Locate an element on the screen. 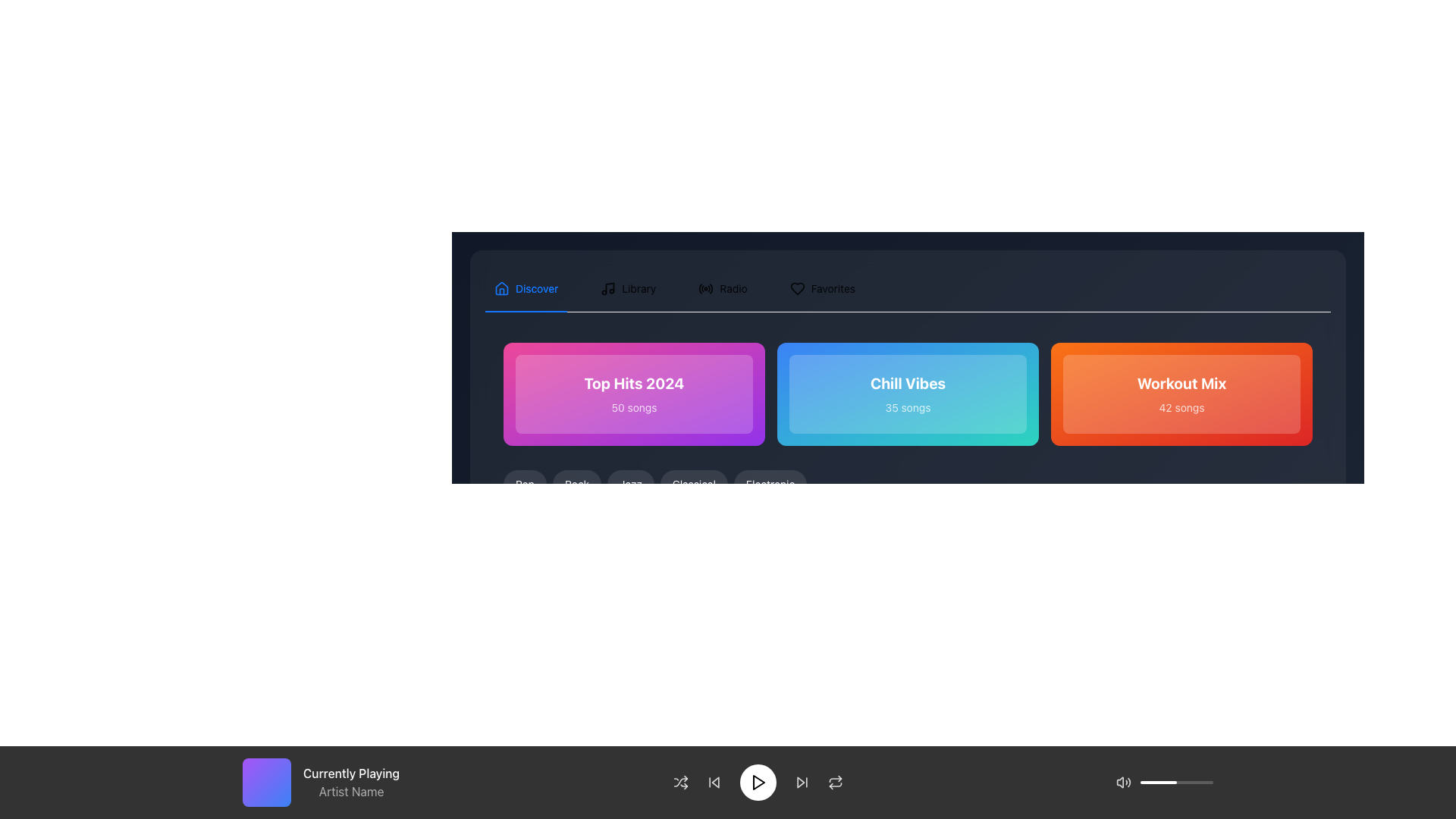  the slider position is located at coordinates (1178, 783).